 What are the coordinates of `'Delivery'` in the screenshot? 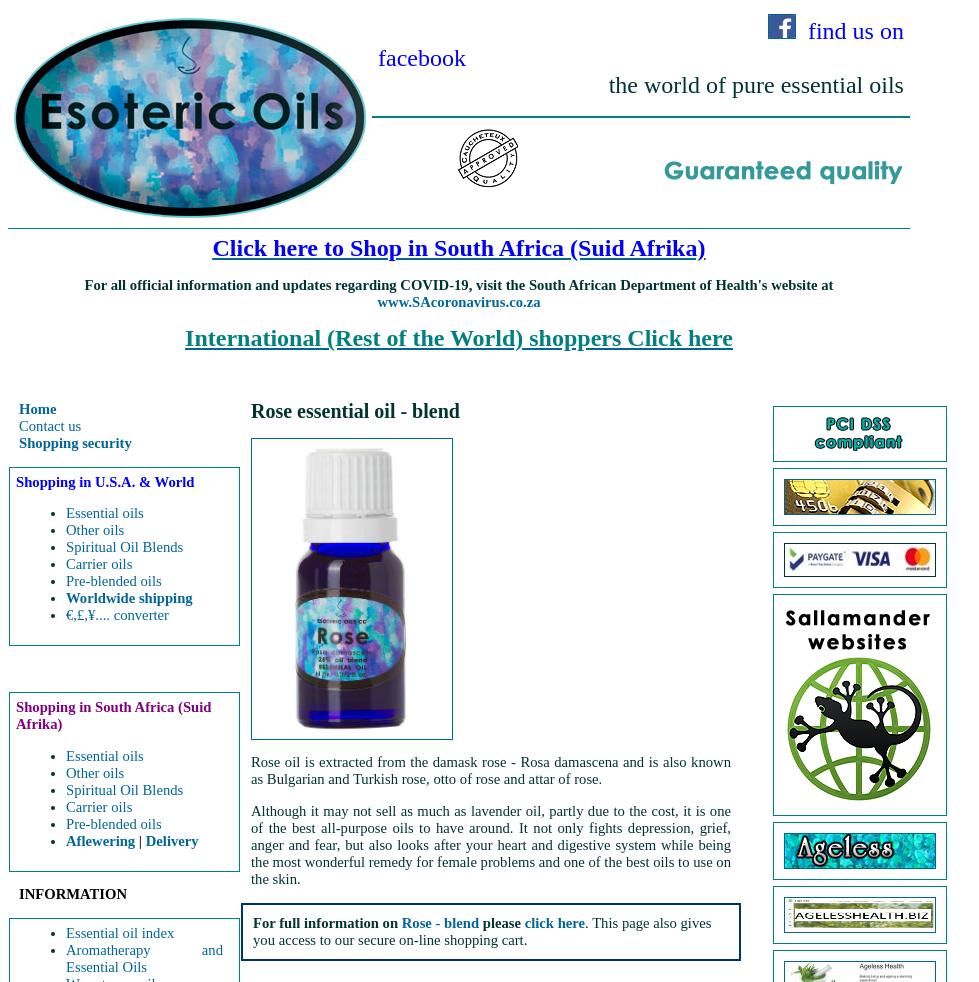 It's located at (171, 840).